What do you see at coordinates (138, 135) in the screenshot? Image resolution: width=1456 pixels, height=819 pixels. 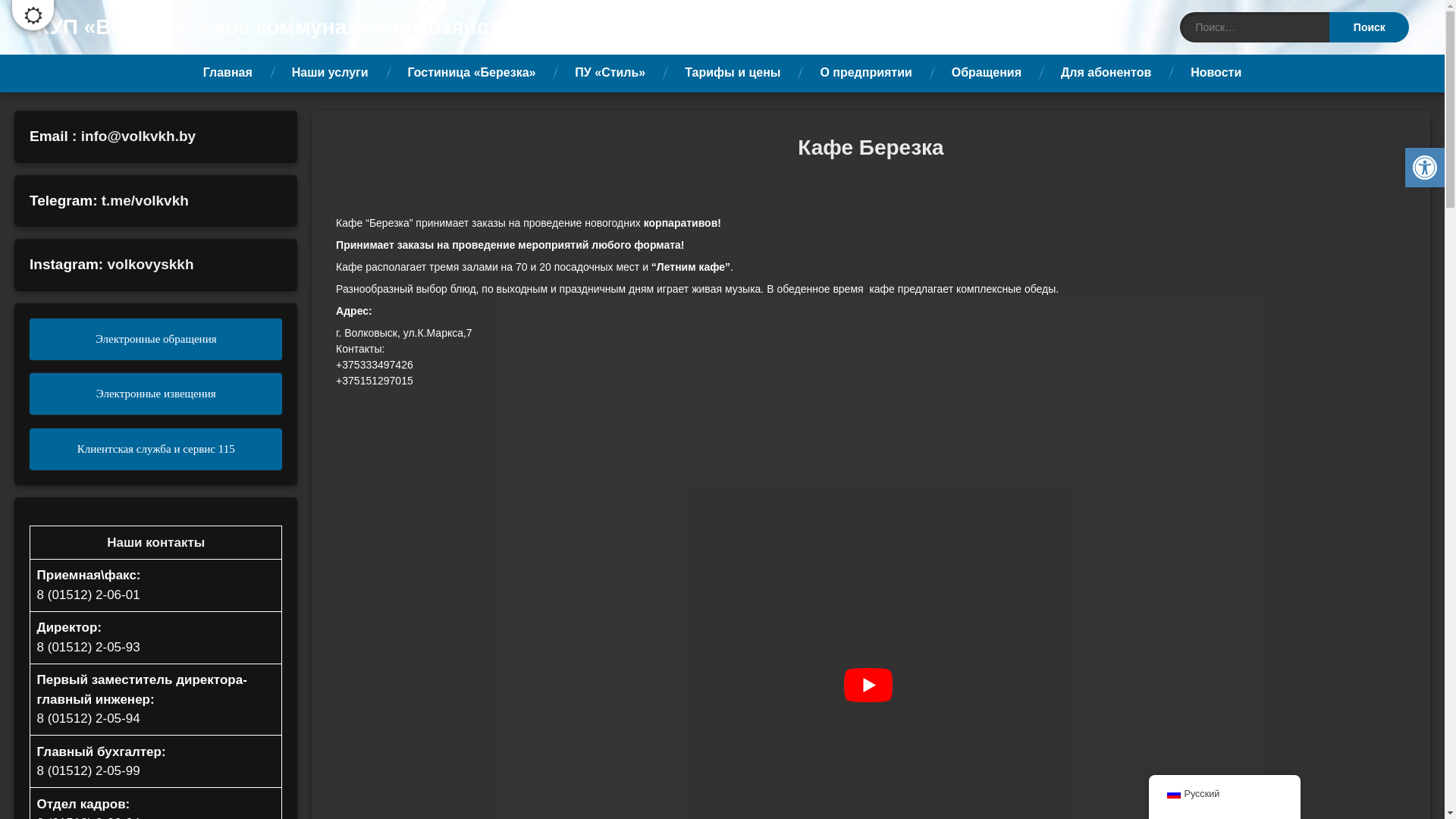 I see `'info@volkvkh.by'` at bounding box center [138, 135].